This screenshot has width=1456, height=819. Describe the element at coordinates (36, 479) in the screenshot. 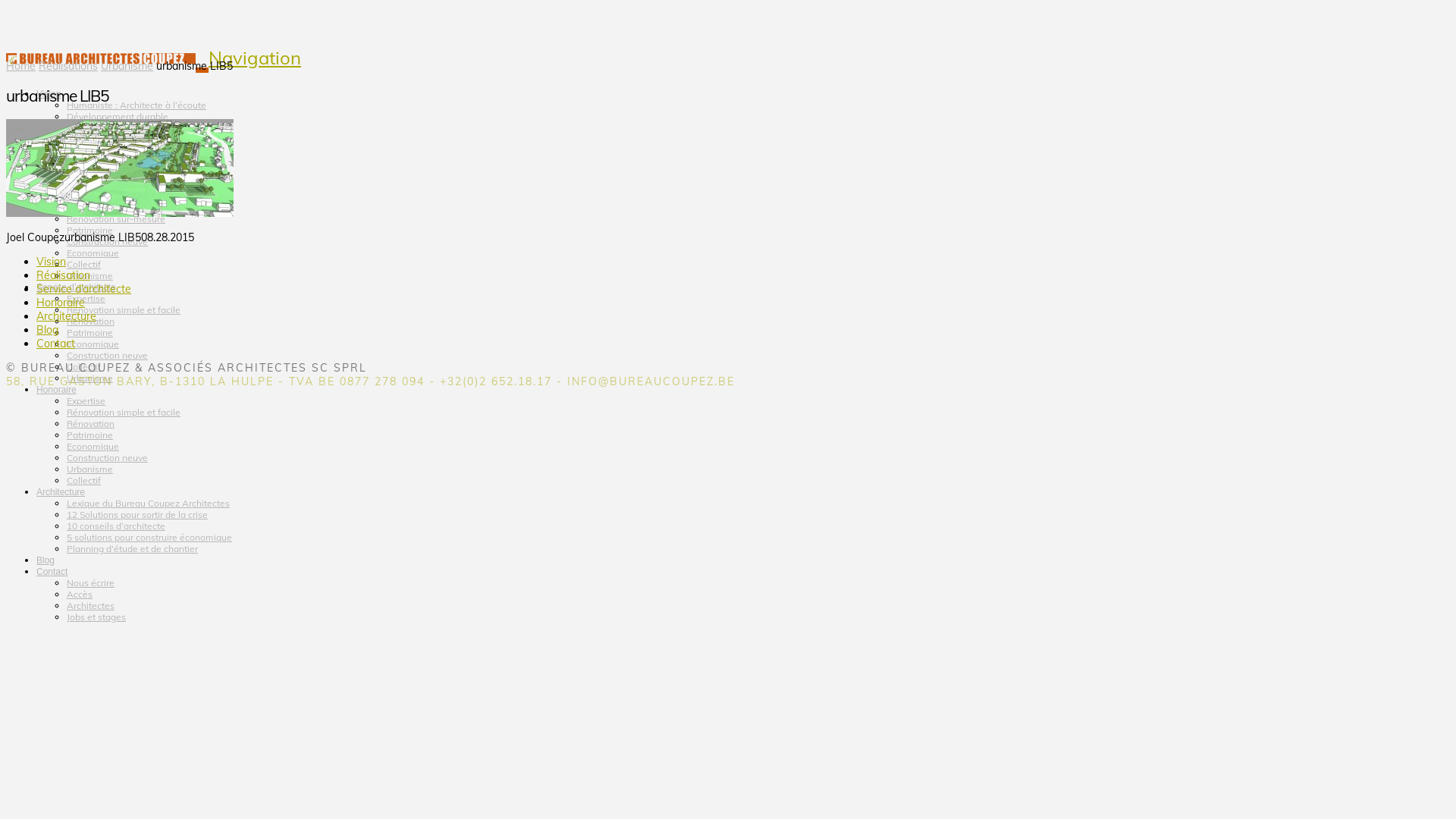

I see `'Architecture'` at that location.